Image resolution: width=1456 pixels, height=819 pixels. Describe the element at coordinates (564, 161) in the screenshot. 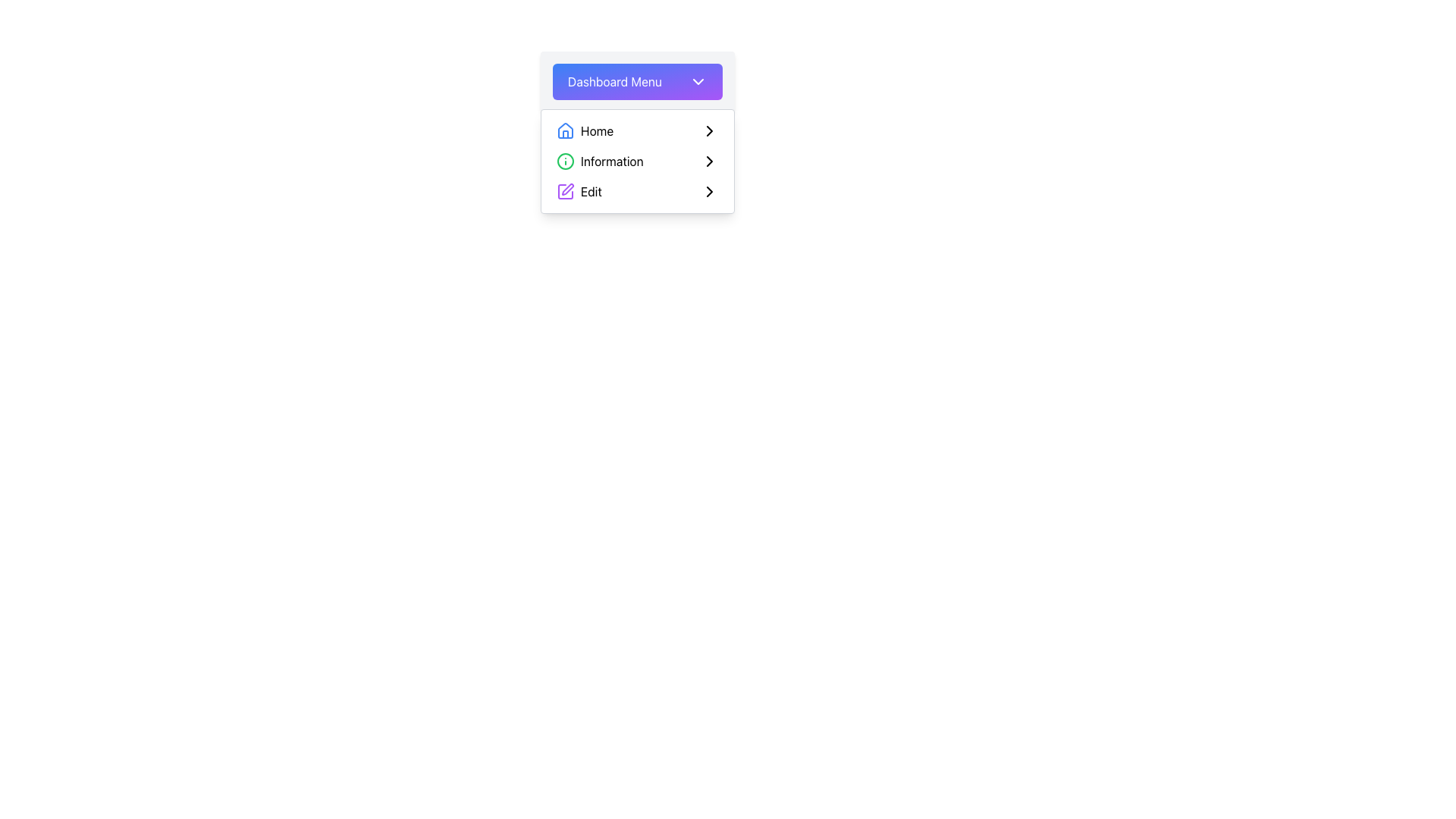

I see `the Icon that visually indicates the associated 'Information' label in the dropdown menu under the 'Dashboard Menu'` at that location.